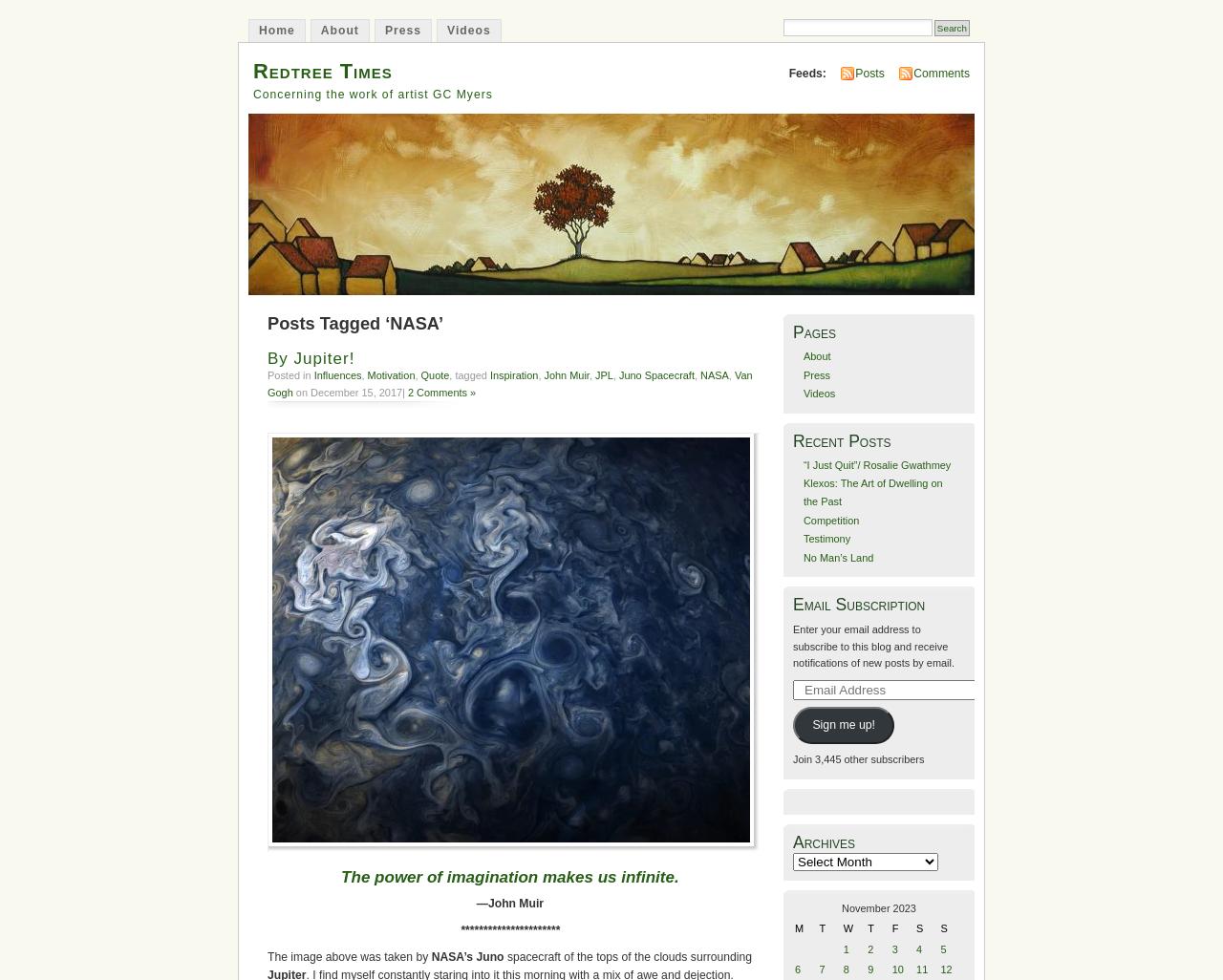  Describe the element at coordinates (877, 906) in the screenshot. I see `'November 2023'` at that location.